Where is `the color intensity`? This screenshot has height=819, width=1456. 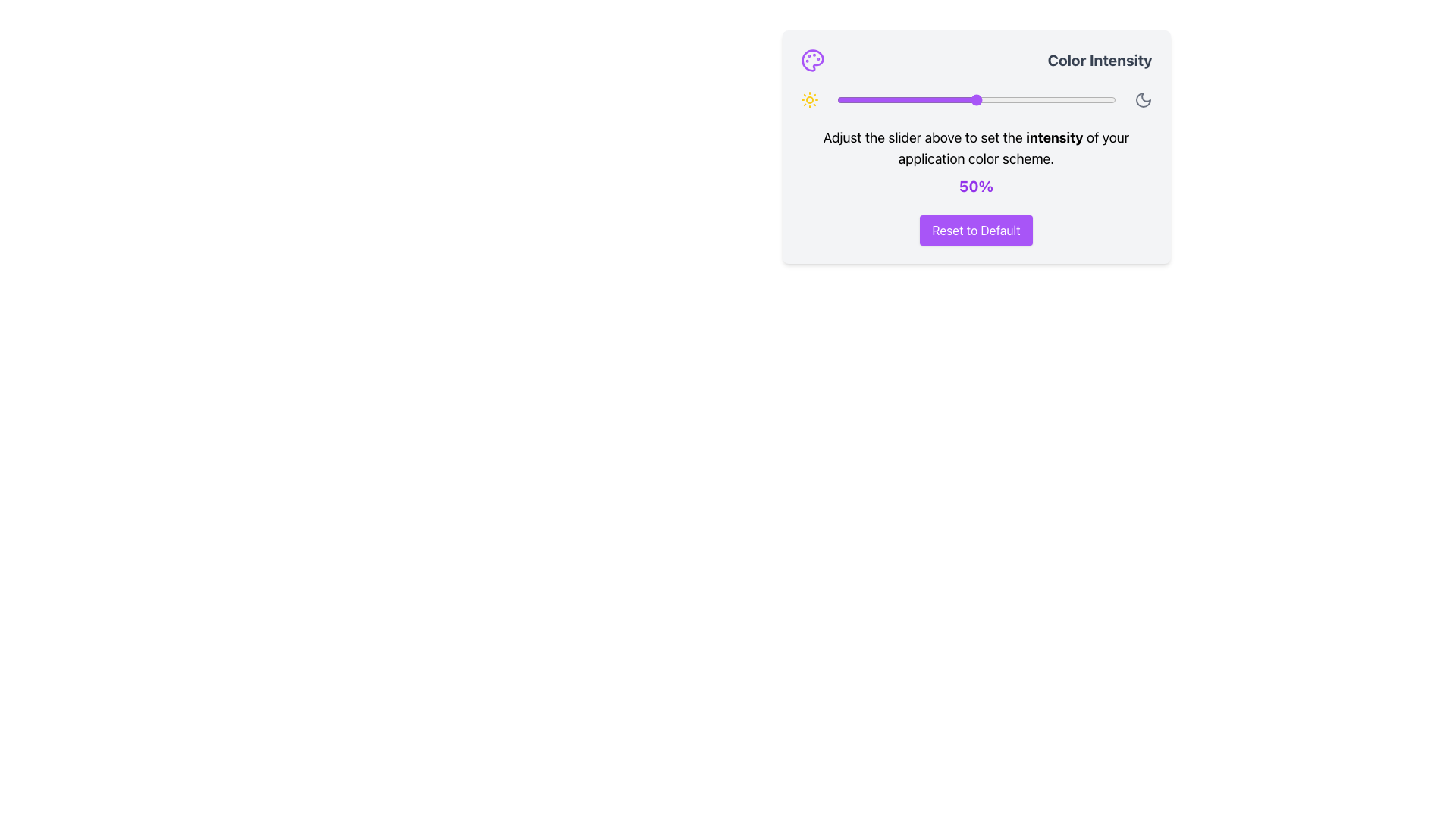
the color intensity is located at coordinates (925, 99).